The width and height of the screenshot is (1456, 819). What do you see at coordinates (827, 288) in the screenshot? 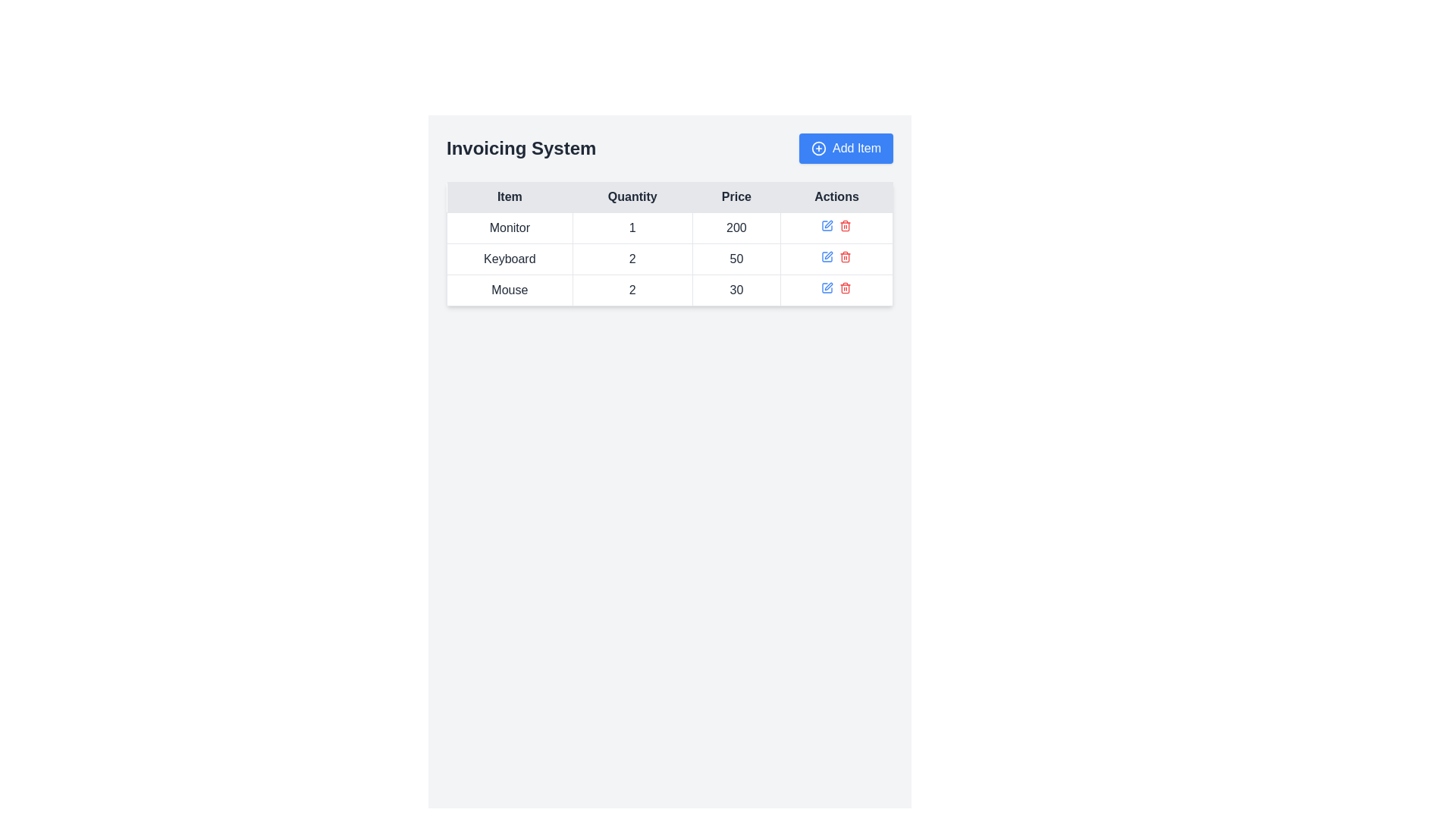
I see `the blue pen icon button in the 'Actions' column of the table corresponding to the 'Mouse' item` at bounding box center [827, 288].